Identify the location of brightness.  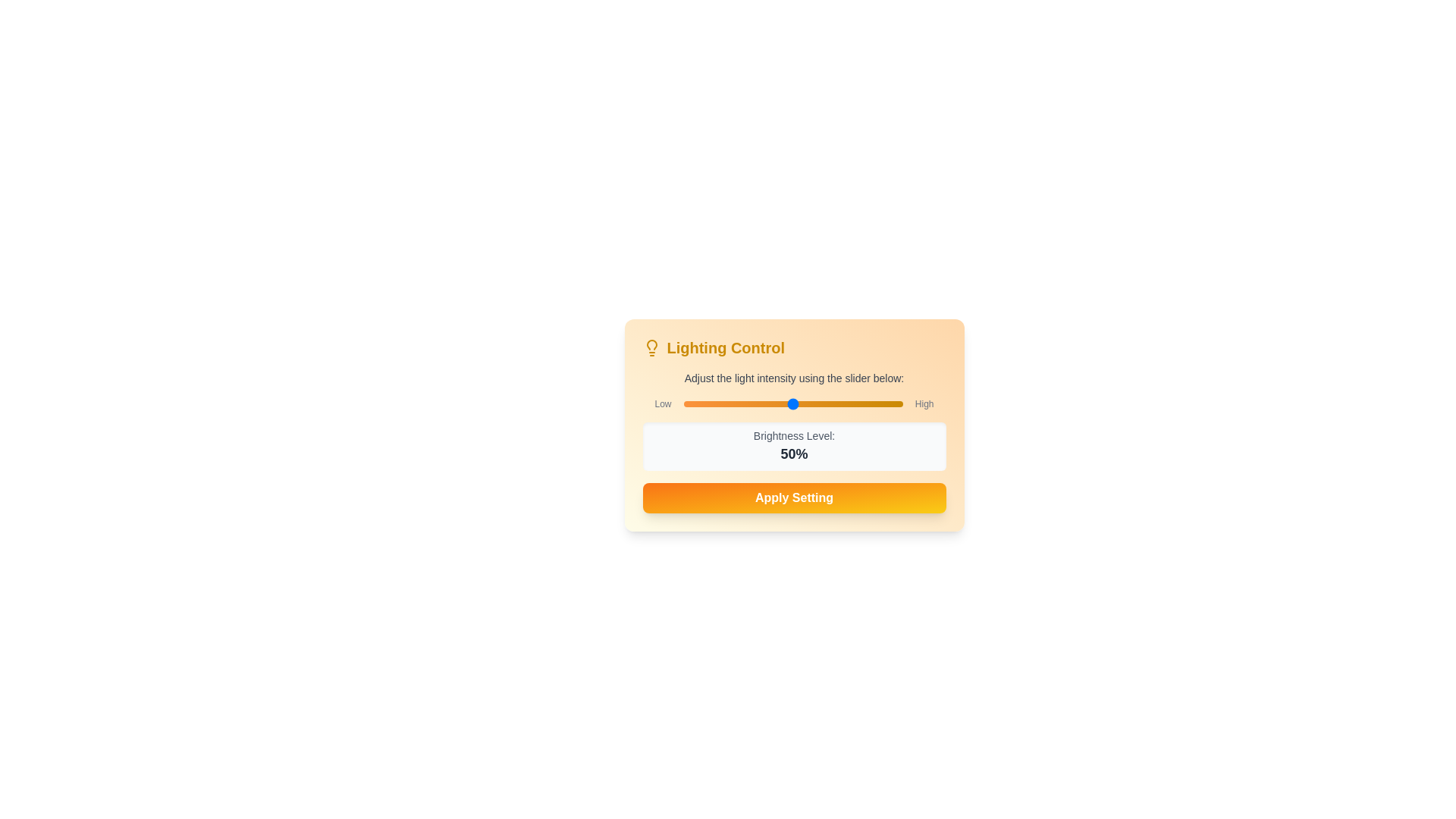
(825, 403).